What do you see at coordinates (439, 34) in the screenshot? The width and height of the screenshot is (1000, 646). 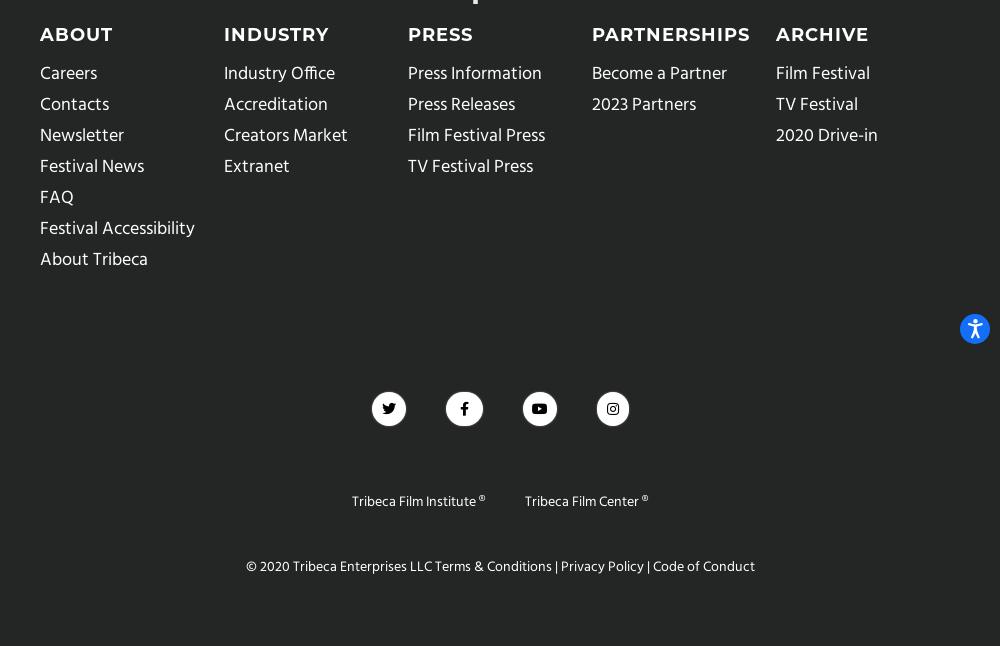 I see `'PRESS'` at bounding box center [439, 34].